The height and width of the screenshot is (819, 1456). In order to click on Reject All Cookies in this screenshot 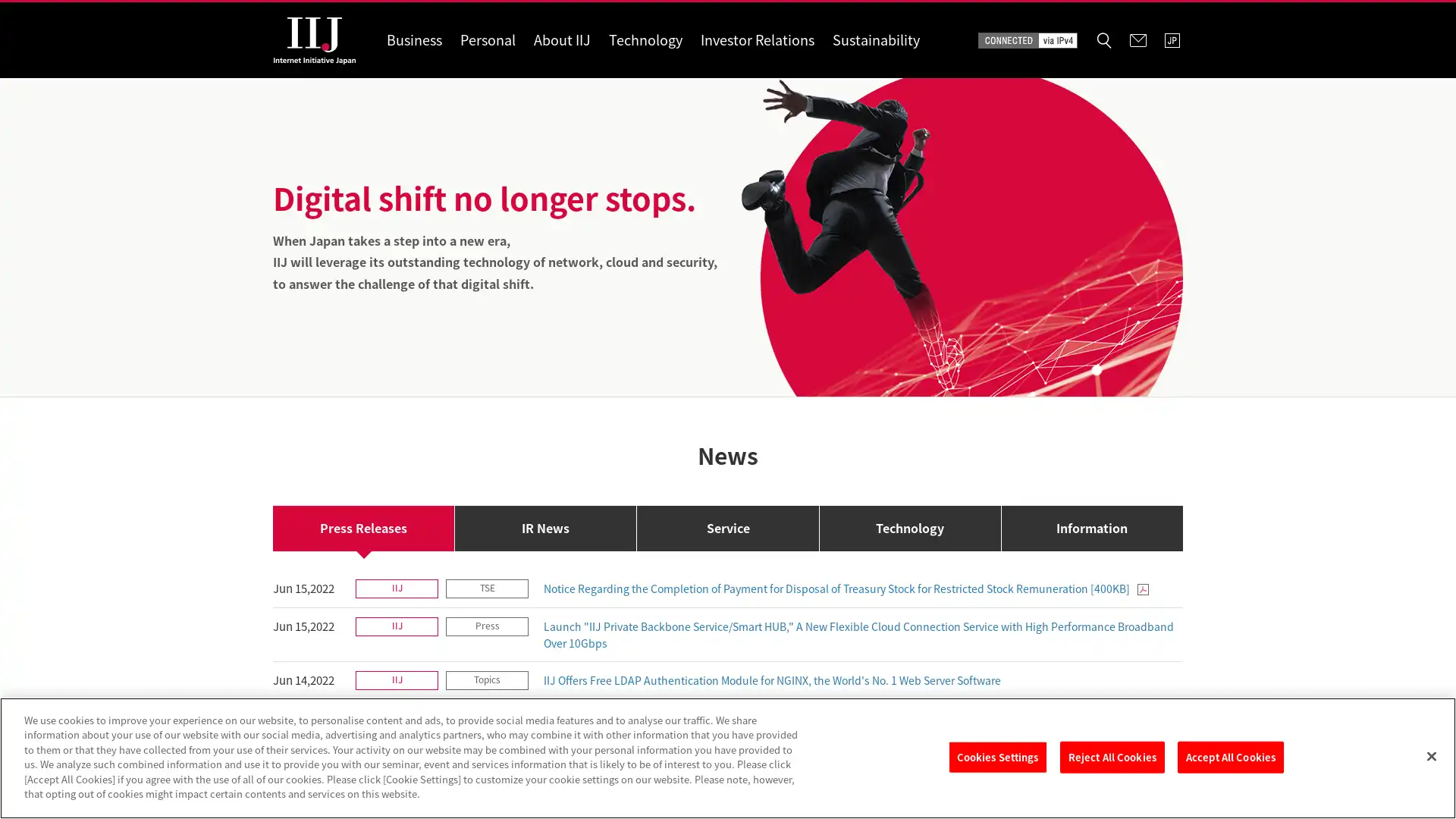, I will do `click(1111, 757)`.